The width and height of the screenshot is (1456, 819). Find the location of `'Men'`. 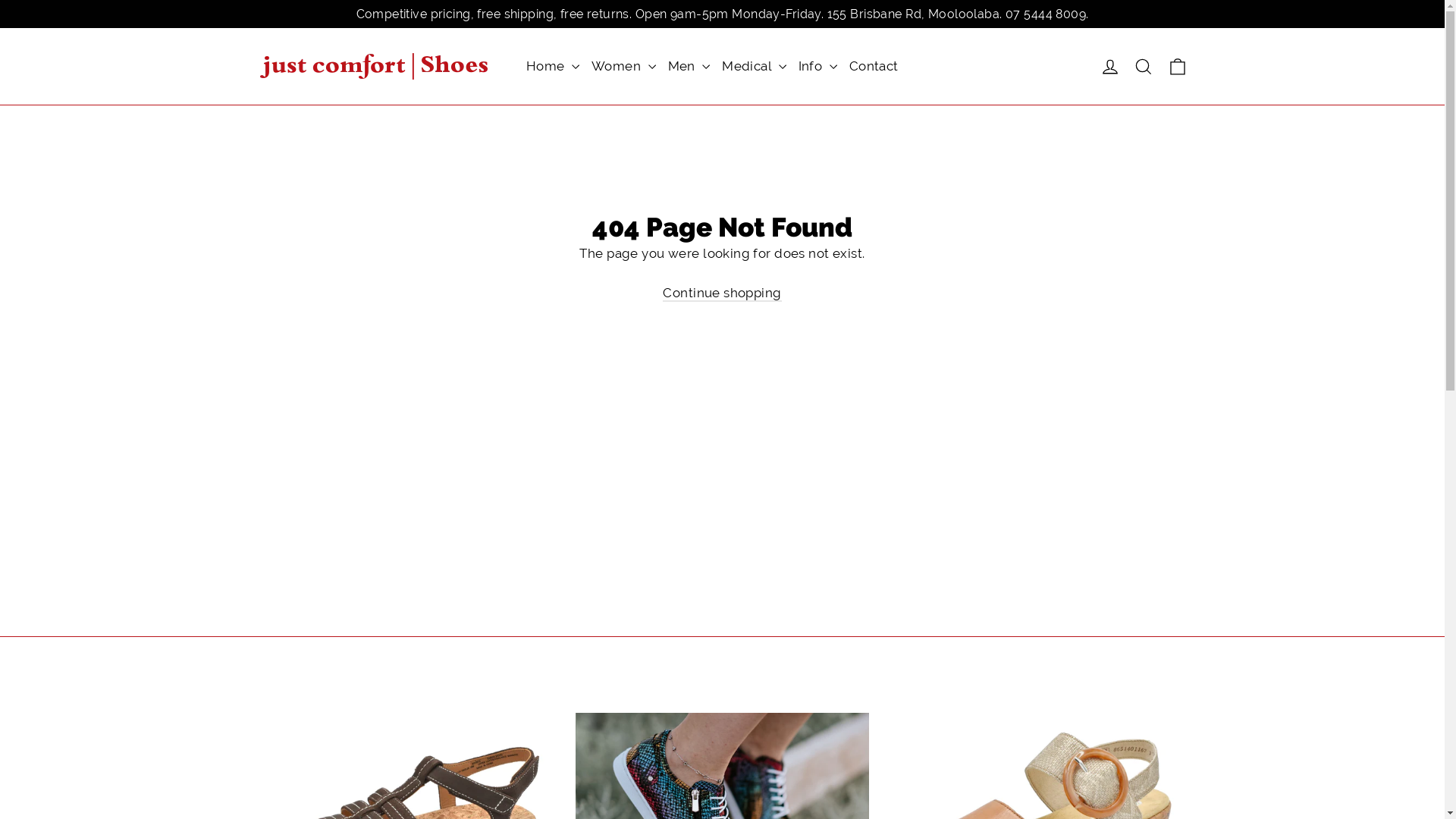

'Men' is located at coordinates (662, 65).